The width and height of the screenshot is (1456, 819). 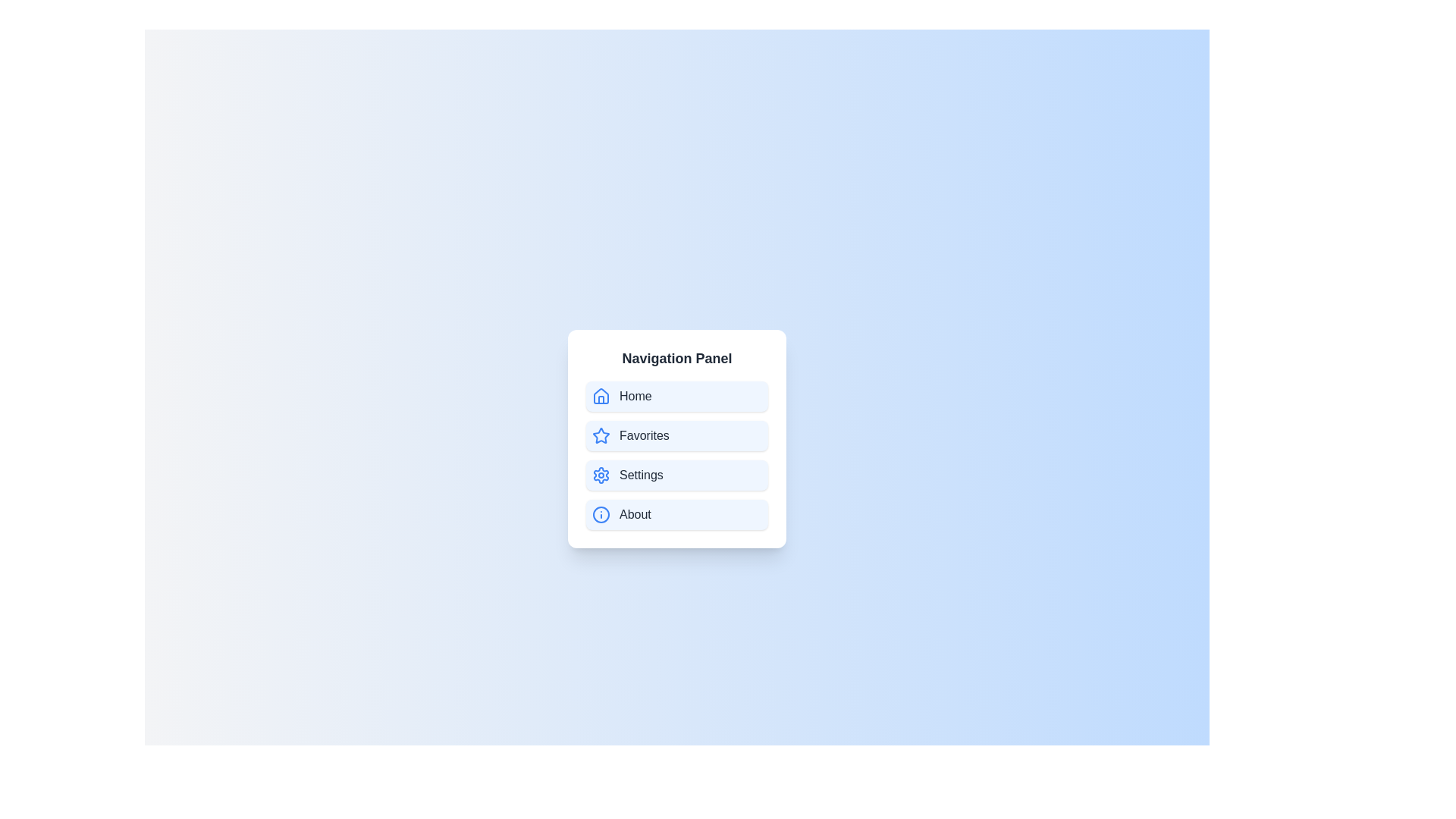 I want to click on properties of the 'Home' navigation icon located in the vertical menu, which is represented as an SVG element positioned to the left of the label 'Home', so click(x=600, y=394).